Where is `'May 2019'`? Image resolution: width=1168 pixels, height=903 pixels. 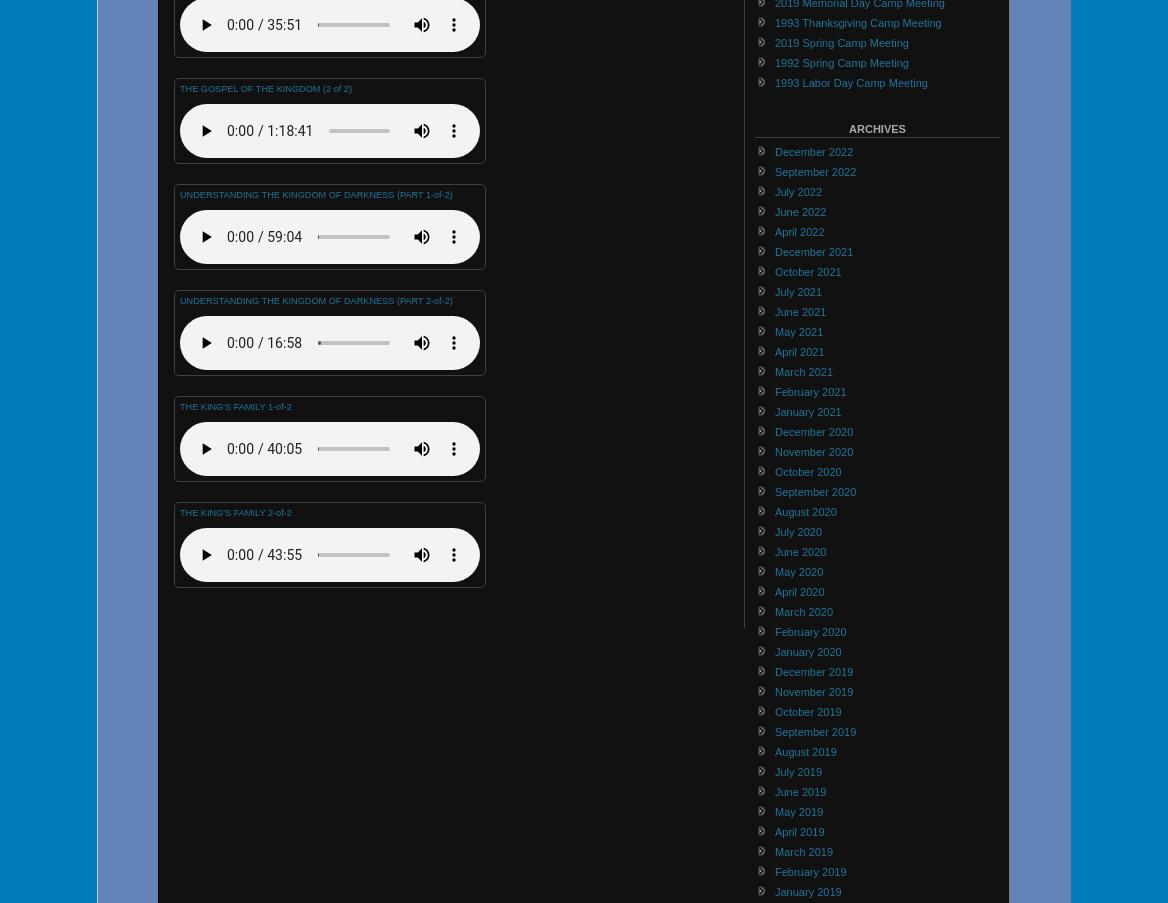
'May 2019' is located at coordinates (799, 809).